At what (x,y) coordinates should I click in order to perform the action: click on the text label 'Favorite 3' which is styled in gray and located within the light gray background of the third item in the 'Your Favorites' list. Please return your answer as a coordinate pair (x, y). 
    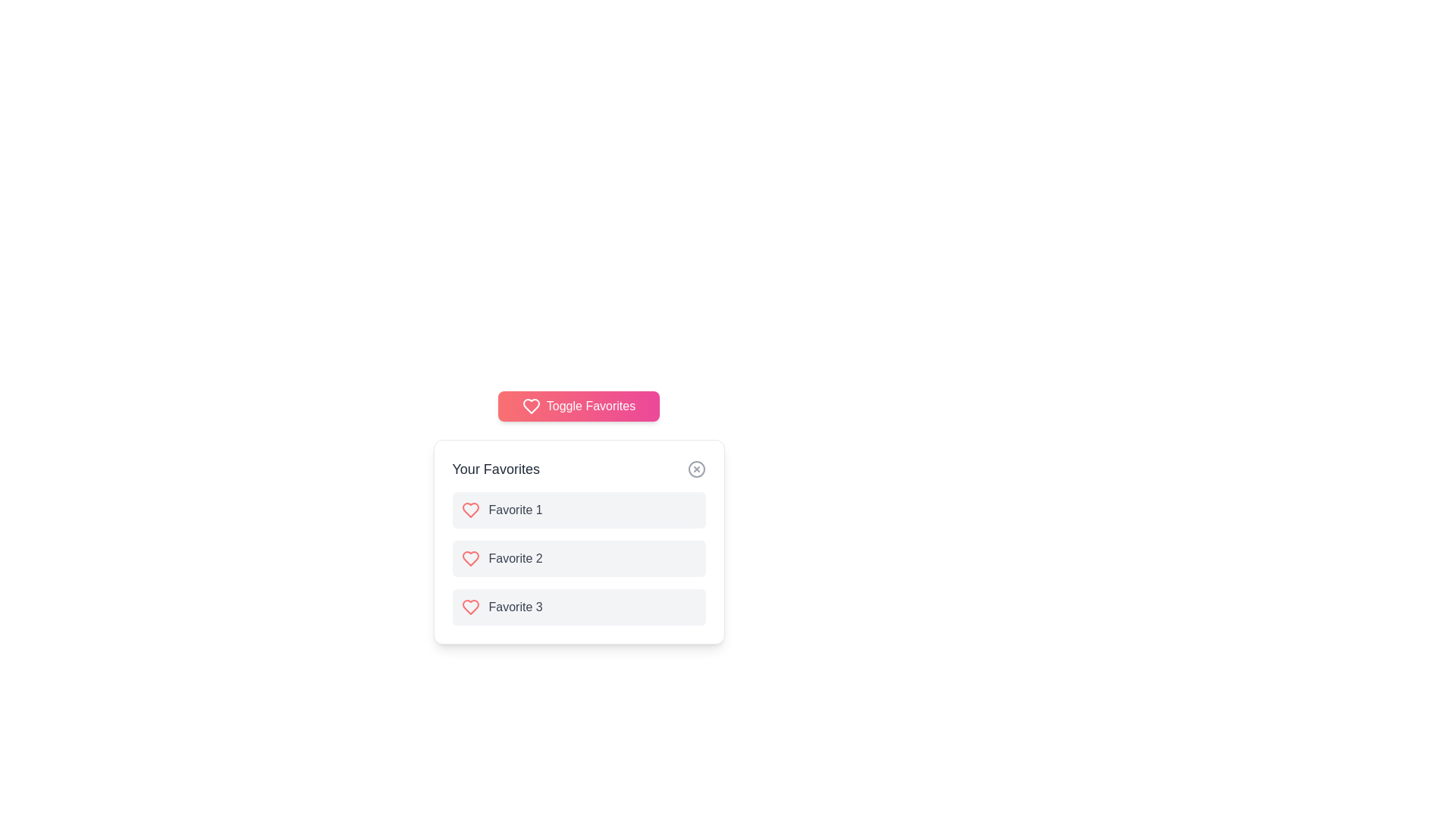
    Looking at the image, I should click on (516, 607).